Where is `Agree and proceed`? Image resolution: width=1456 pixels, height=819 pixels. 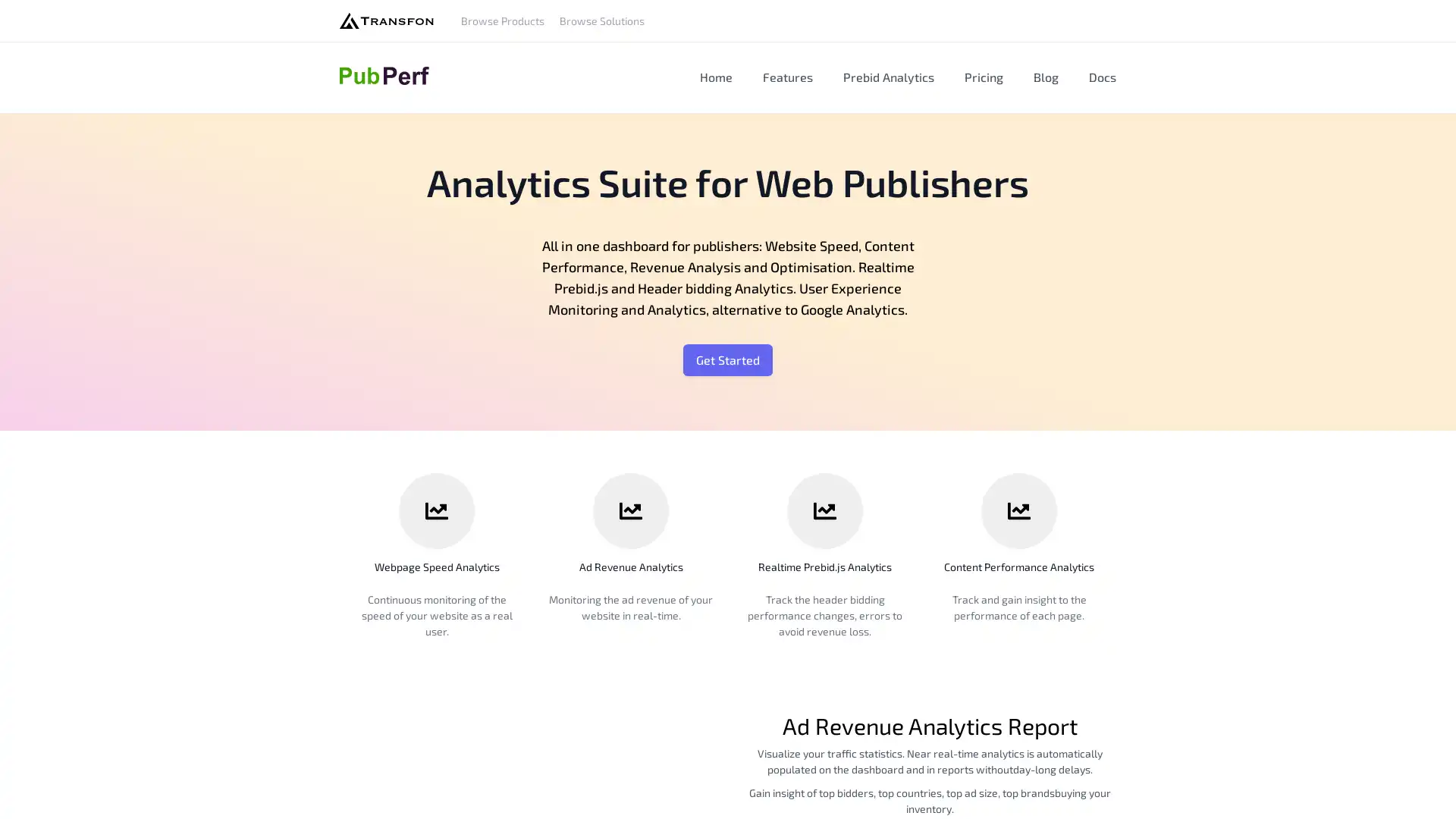 Agree and proceed is located at coordinates (273, 791).